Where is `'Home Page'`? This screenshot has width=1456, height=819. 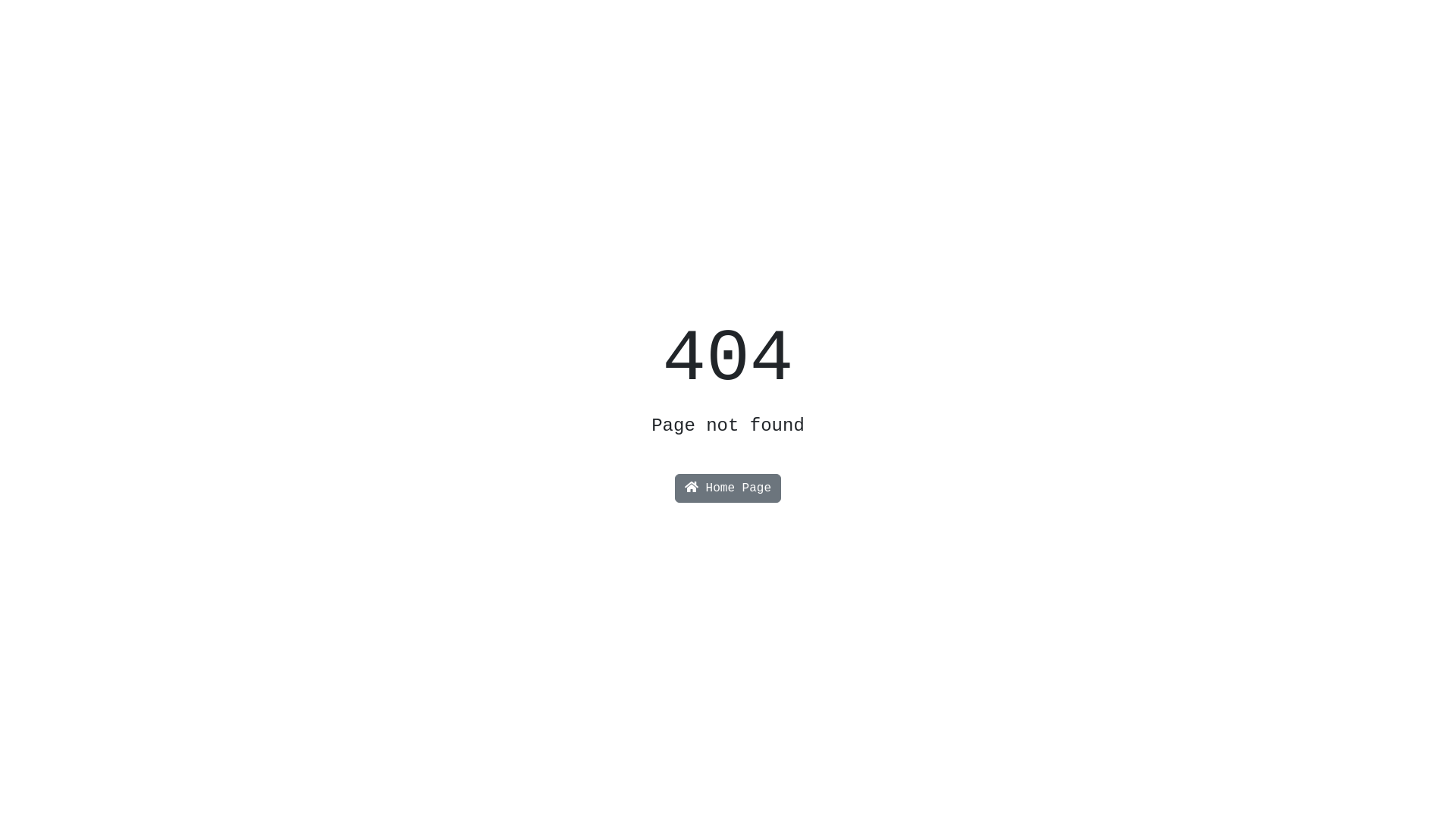
'Home Page' is located at coordinates (728, 488).